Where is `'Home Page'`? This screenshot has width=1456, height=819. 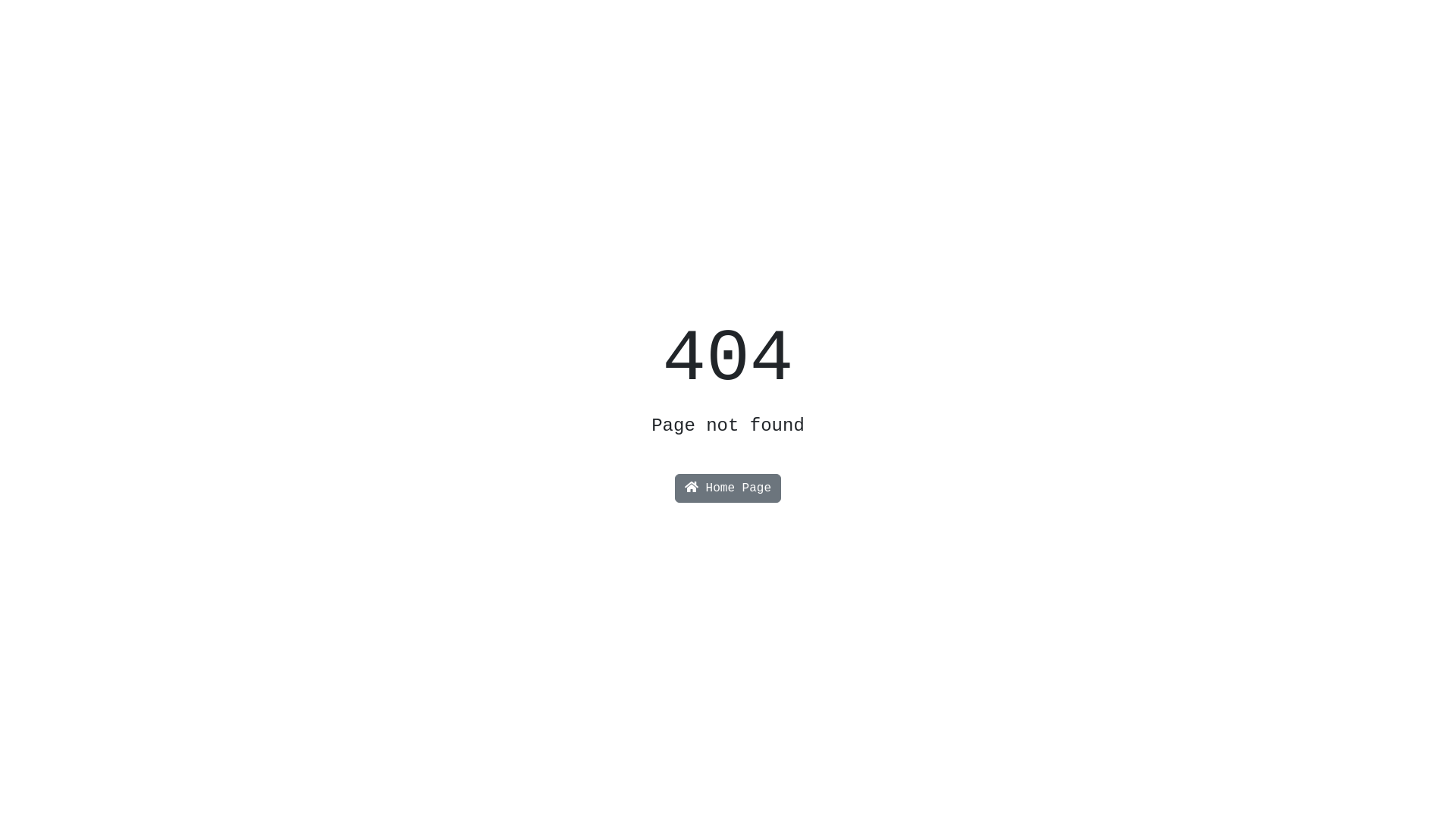
'Home Page' is located at coordinates (728, 488).